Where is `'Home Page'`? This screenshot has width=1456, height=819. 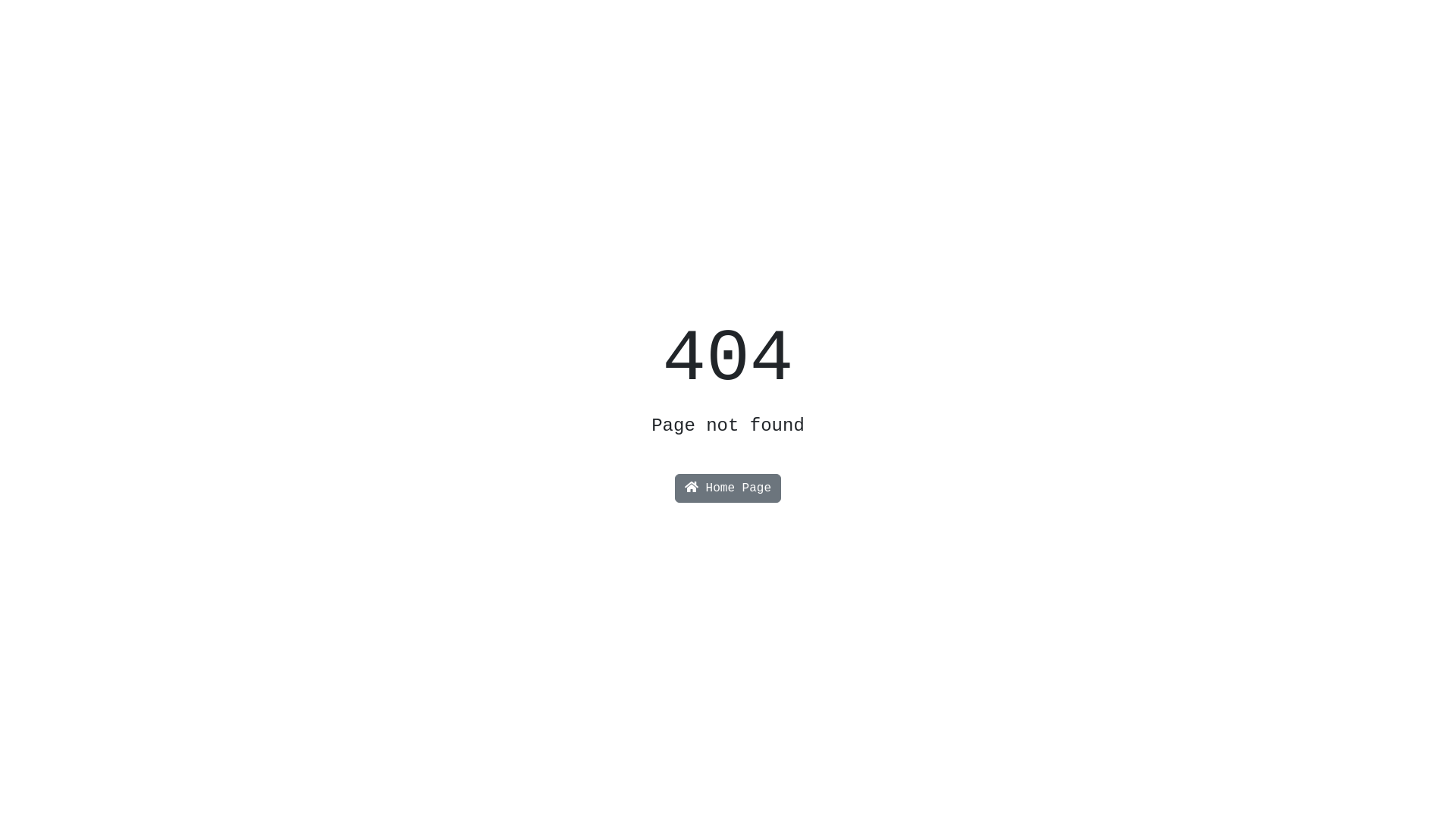
'Home Page' is located at coordinates (728, 488).